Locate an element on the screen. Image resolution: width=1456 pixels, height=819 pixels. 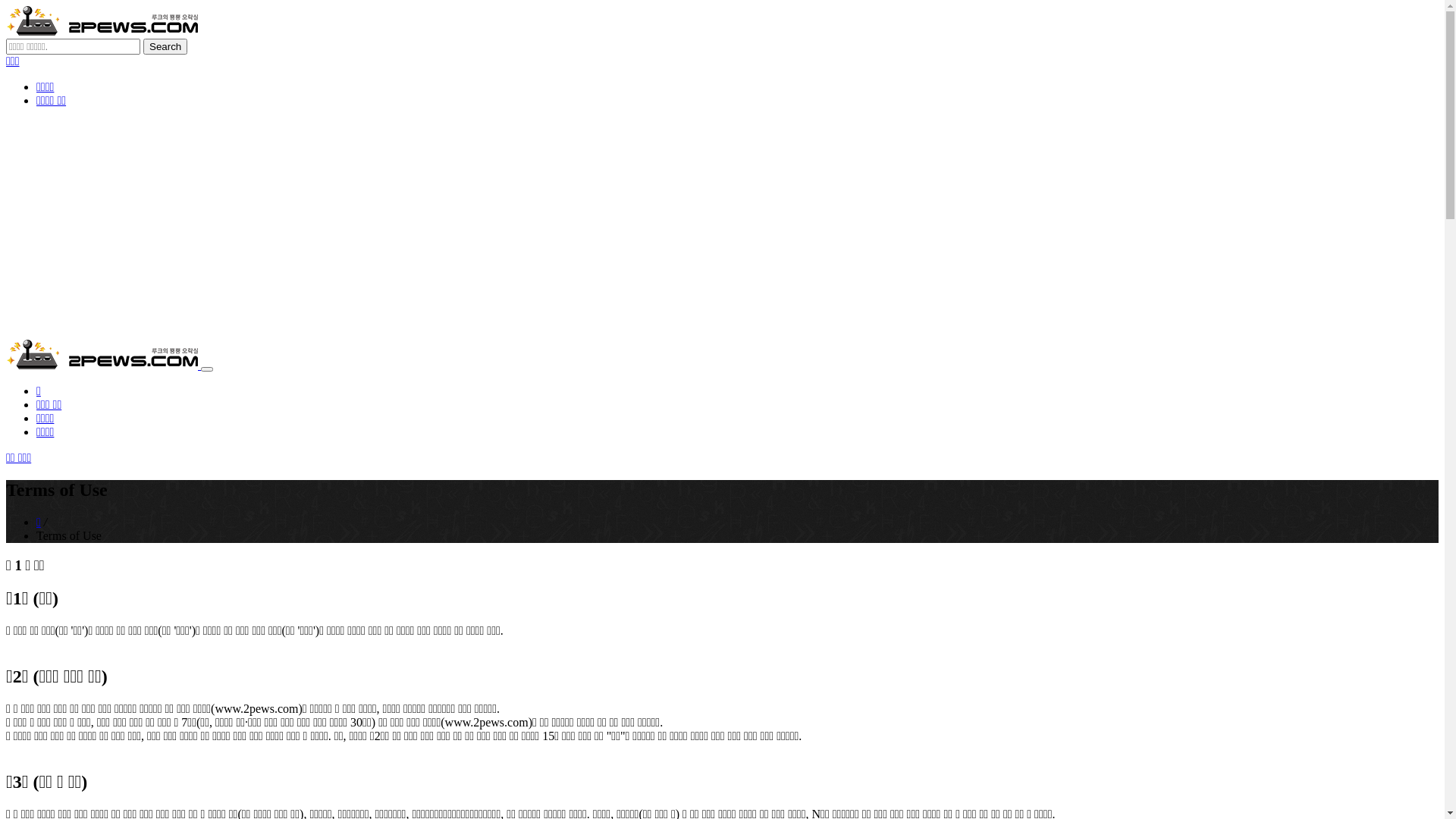
'Search' is located at coordinates (165, 45).